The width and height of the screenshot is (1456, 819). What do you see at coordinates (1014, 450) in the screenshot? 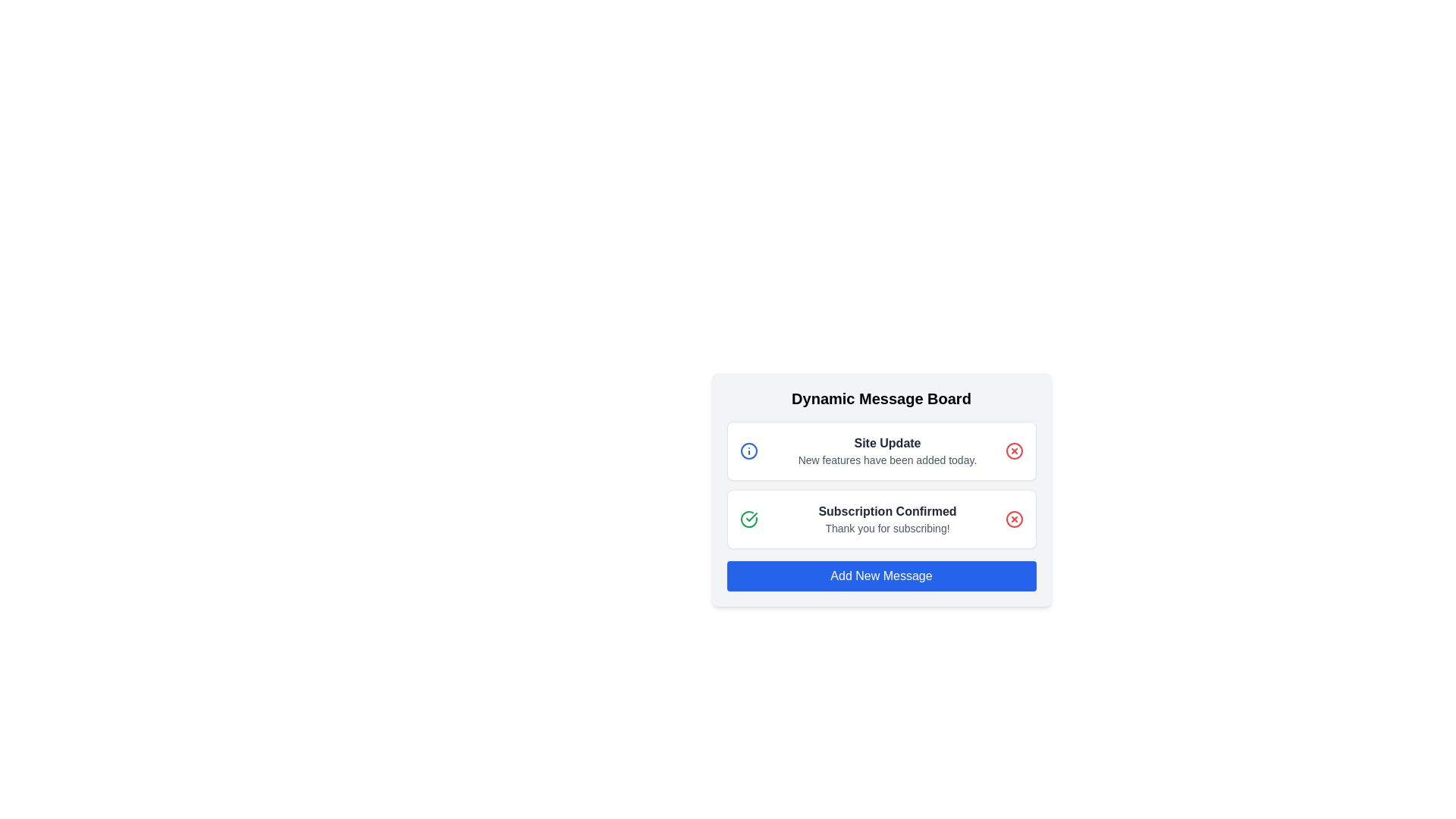
I see `the Icon button located at the top right corner of the 'Site Update' section, which dismisses the notification about new features` at bounding box center [1014, 450].